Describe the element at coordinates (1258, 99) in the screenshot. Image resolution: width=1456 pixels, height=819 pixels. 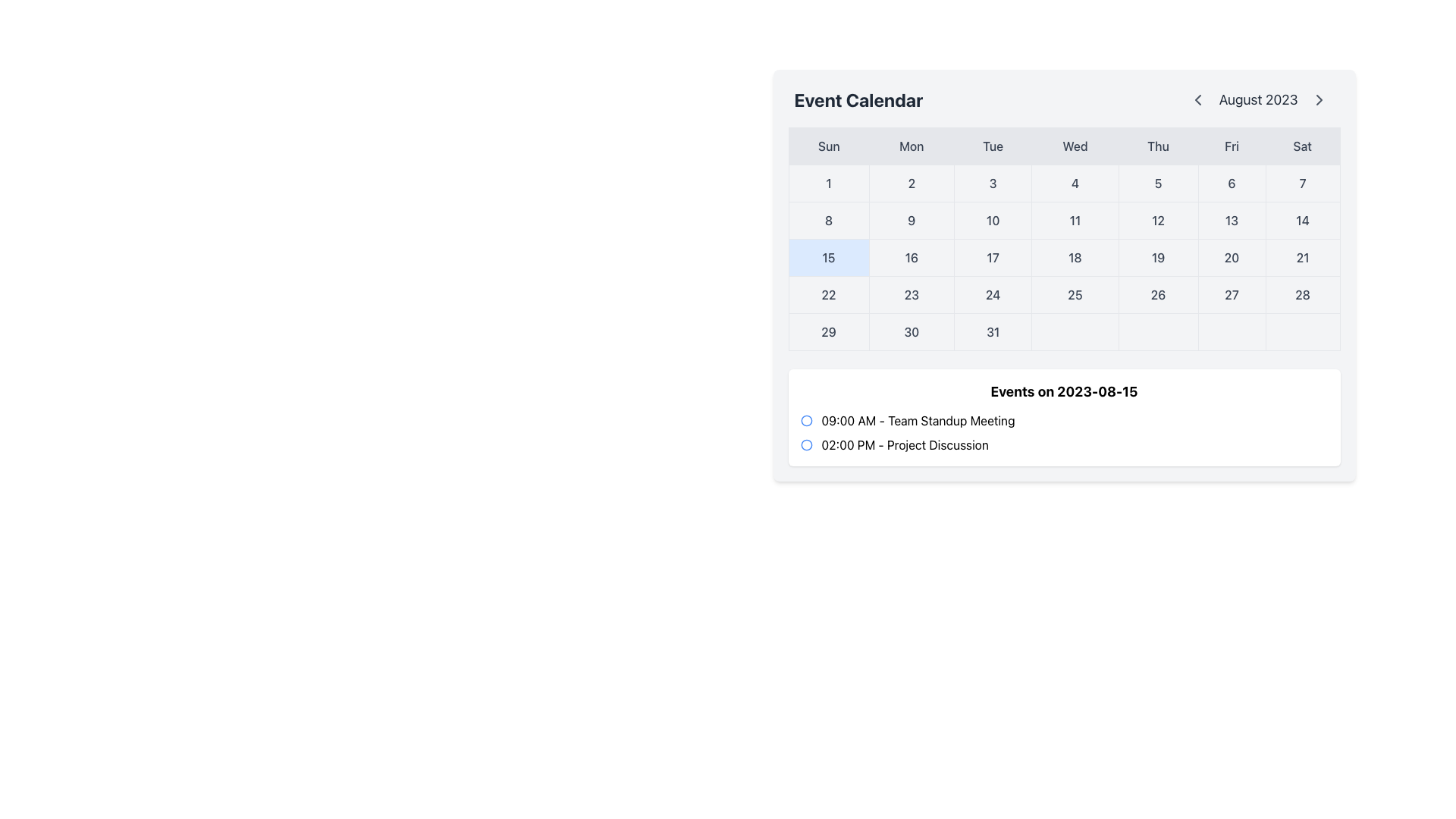
I see `the Text Label displaying 'August 2023' which is centrally aligned in the header section of the calendar interface` at that location.